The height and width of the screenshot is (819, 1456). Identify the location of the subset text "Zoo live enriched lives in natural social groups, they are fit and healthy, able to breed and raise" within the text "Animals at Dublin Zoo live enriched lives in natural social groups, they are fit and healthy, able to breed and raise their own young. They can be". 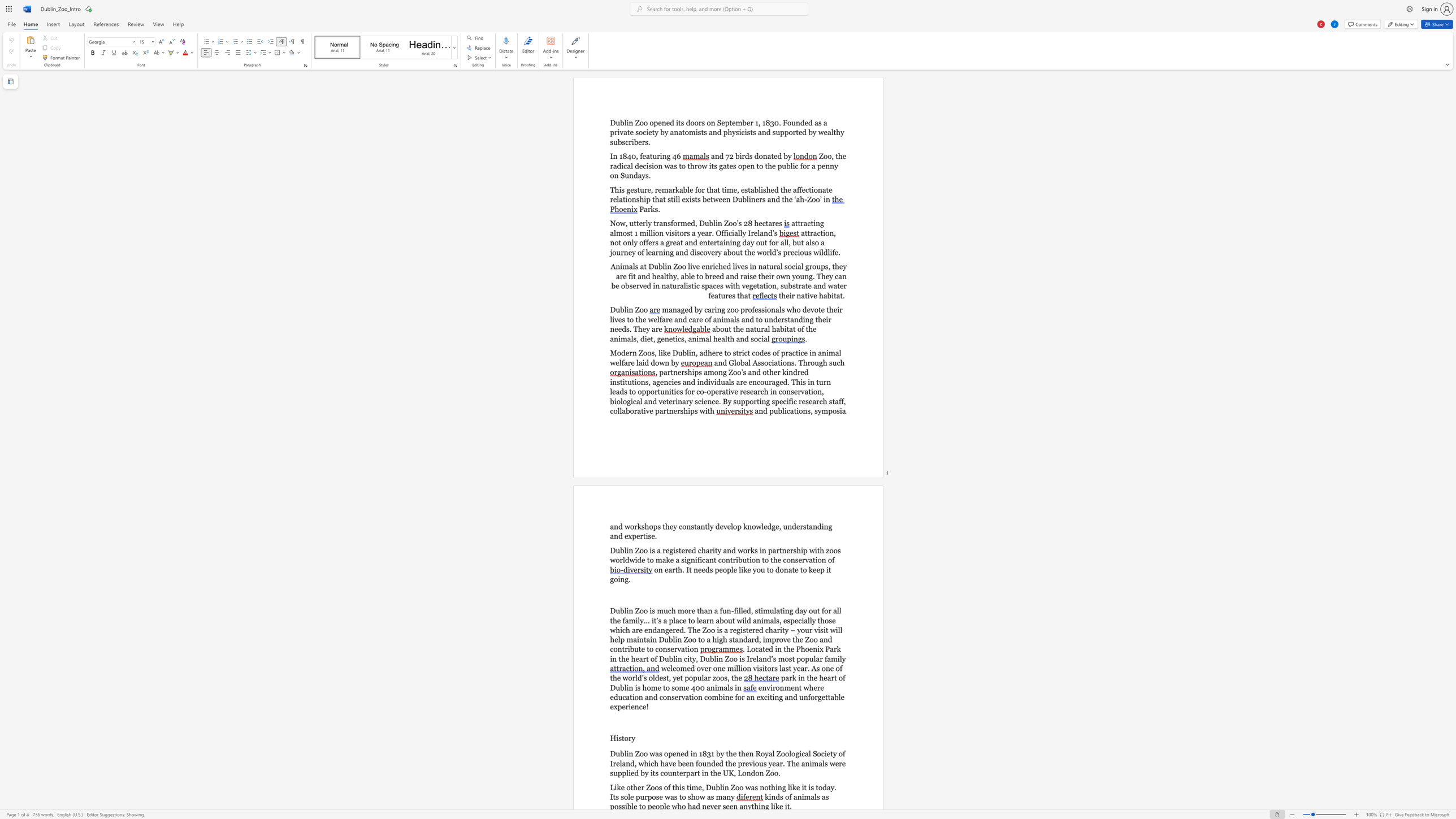
(673, 266).